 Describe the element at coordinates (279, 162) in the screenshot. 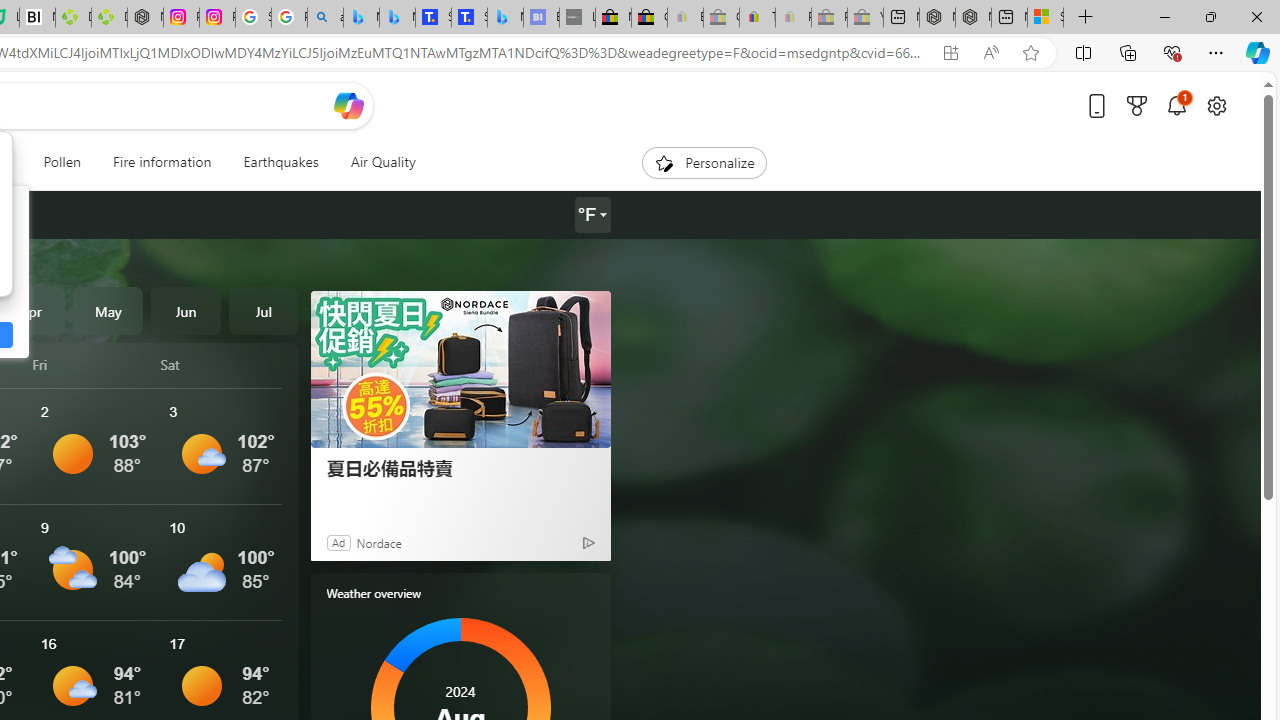

I see `'Earthquakes'` at that location.